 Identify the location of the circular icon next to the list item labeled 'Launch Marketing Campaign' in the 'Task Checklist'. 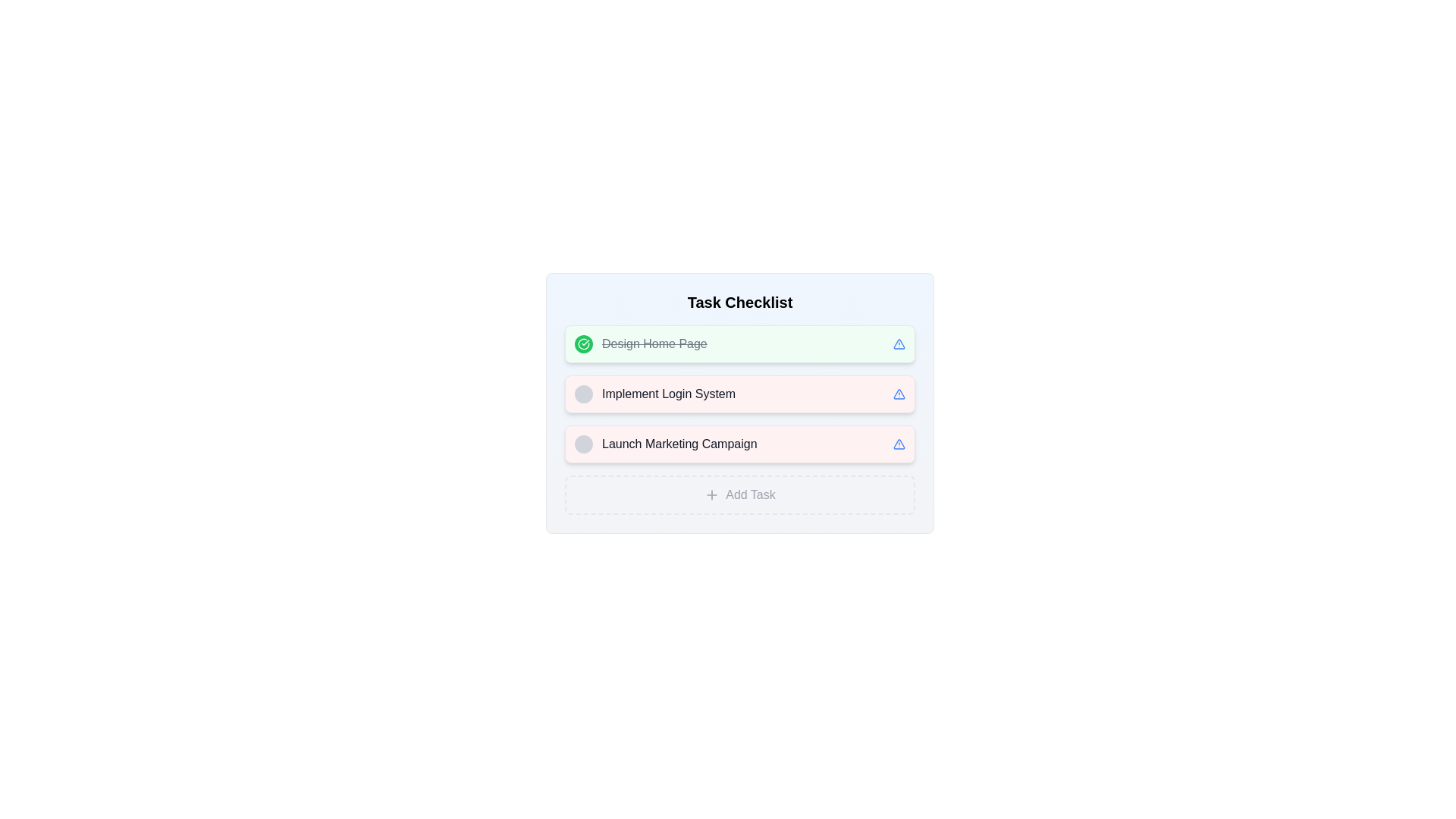
(666, 444).